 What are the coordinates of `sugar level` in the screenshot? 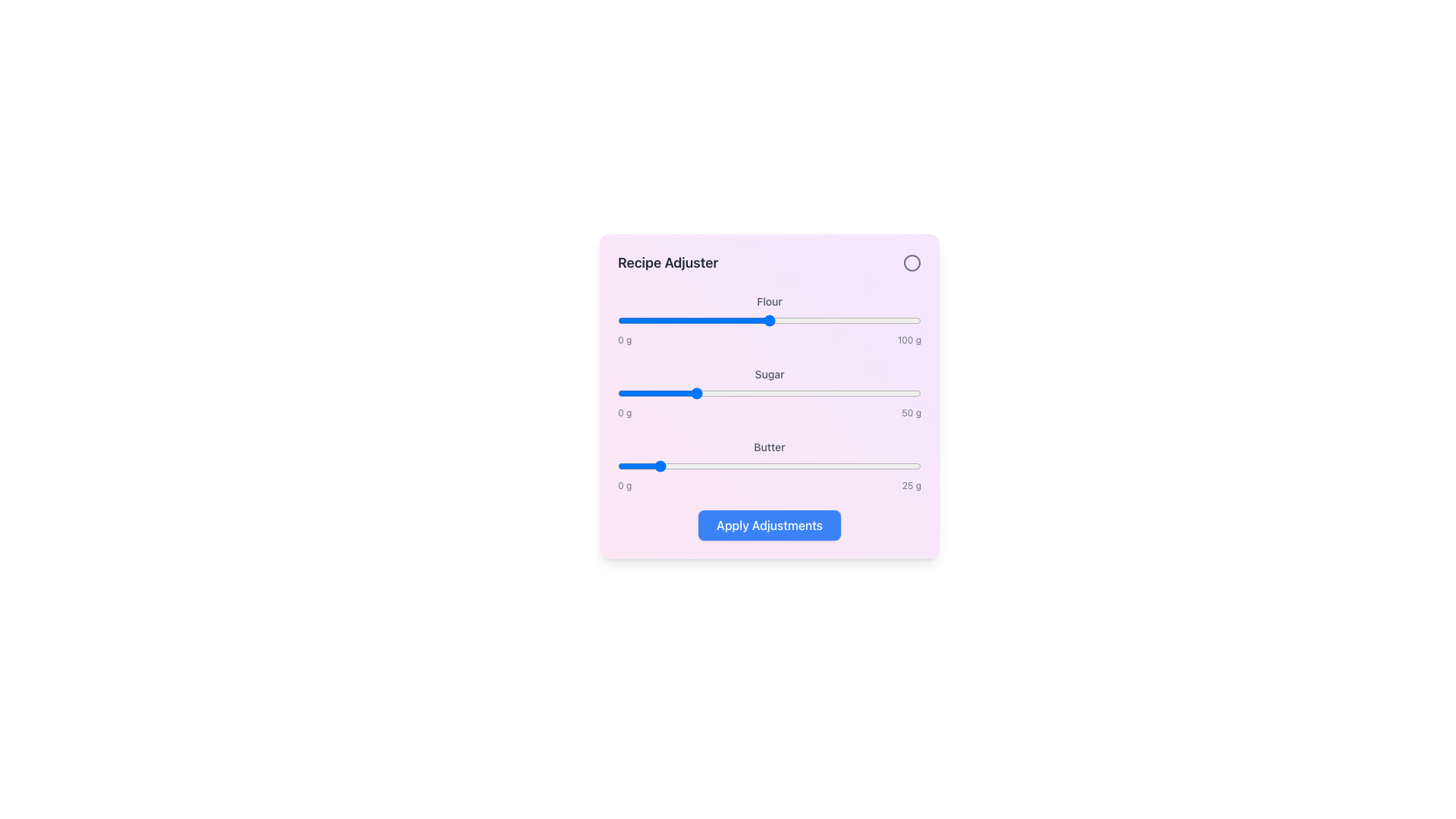 It's located at (769, 393).